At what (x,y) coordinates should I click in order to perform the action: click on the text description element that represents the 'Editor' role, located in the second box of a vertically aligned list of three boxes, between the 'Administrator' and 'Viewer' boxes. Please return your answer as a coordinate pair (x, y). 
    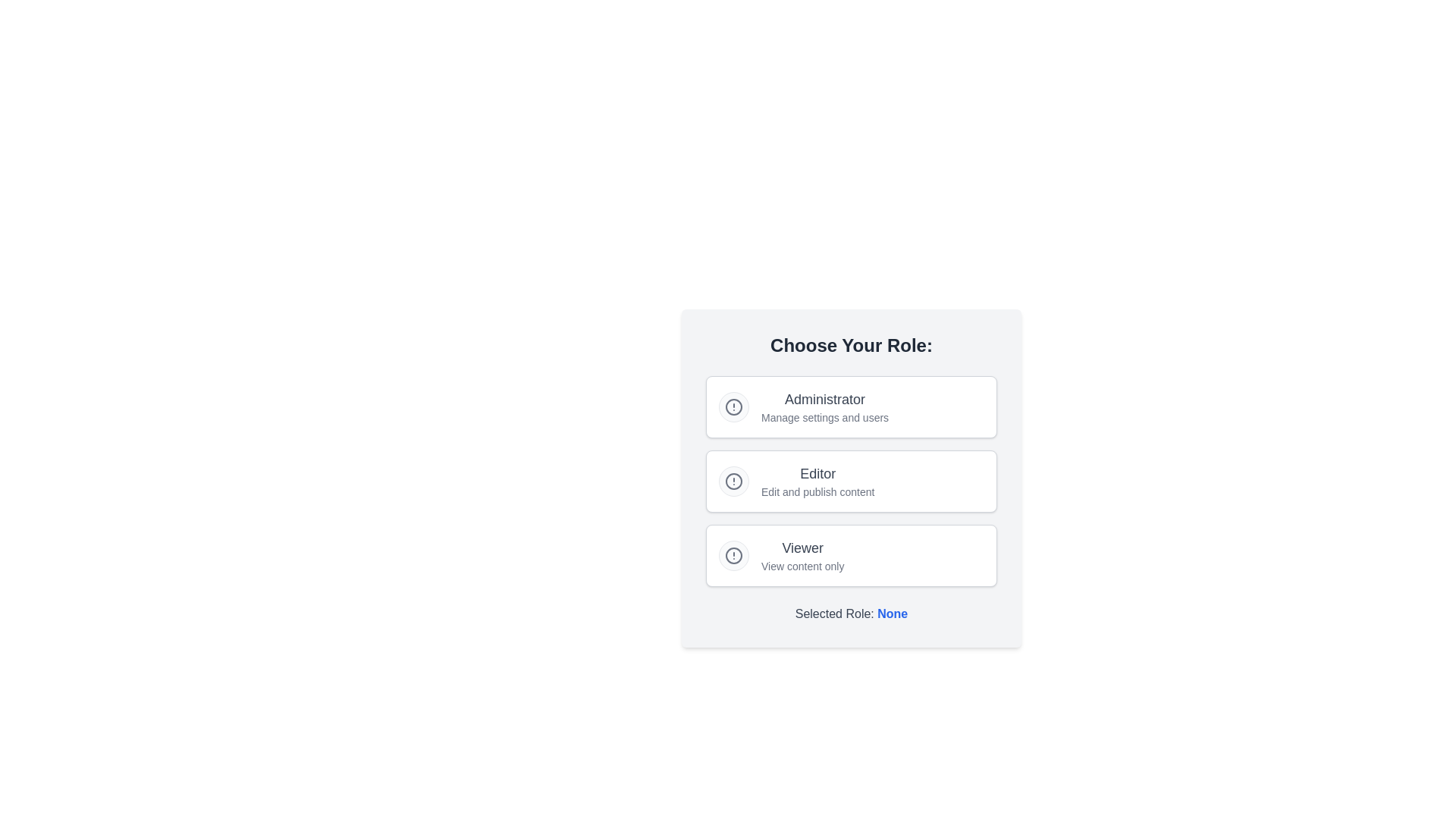
    Looking at the image, I should click on (817, 482).